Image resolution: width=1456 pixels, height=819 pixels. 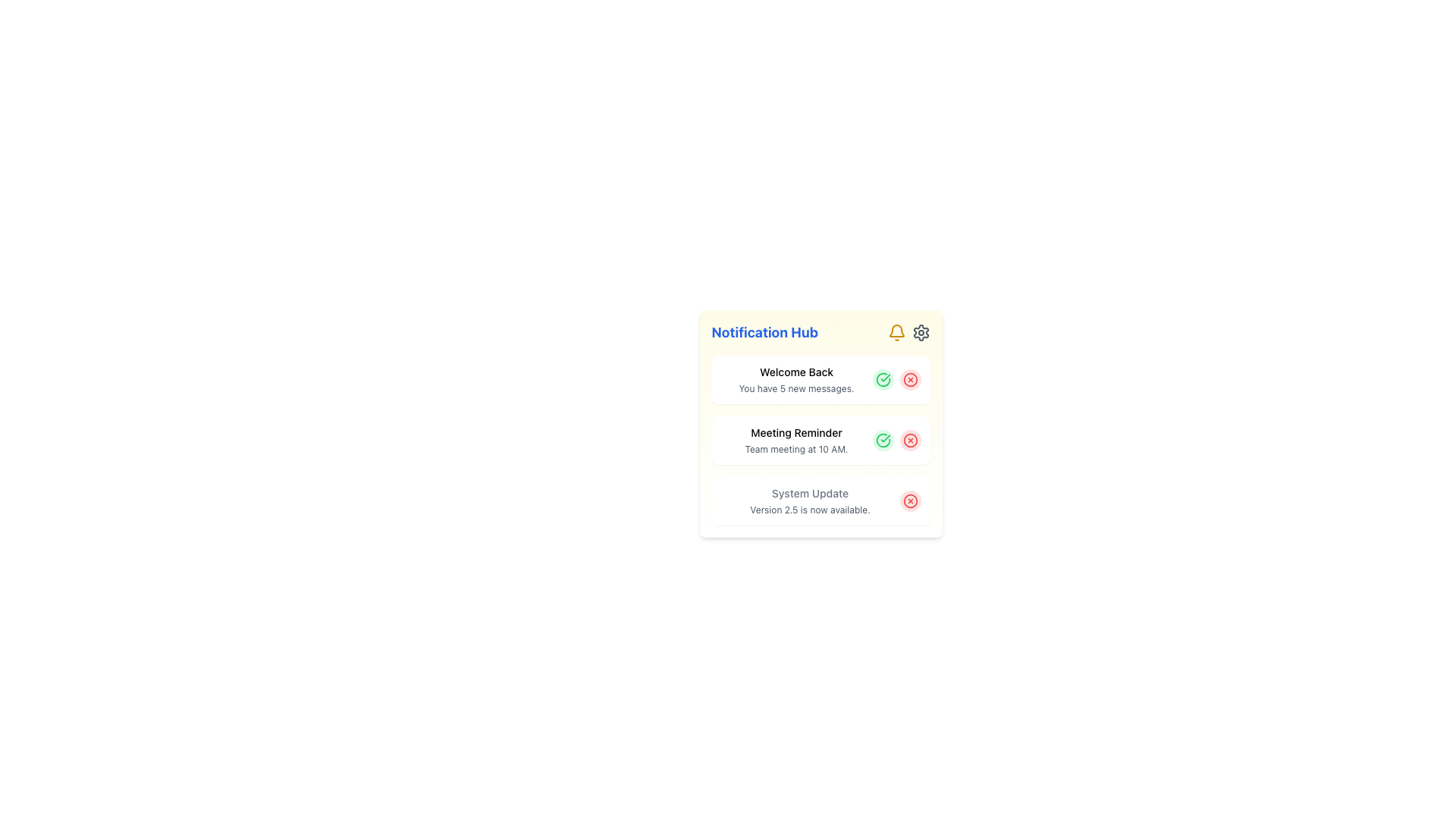 I want to click on the green circle in the Action group on the rightmost section of the 'Welcome Back' notification card, so click(x=896, y=379).